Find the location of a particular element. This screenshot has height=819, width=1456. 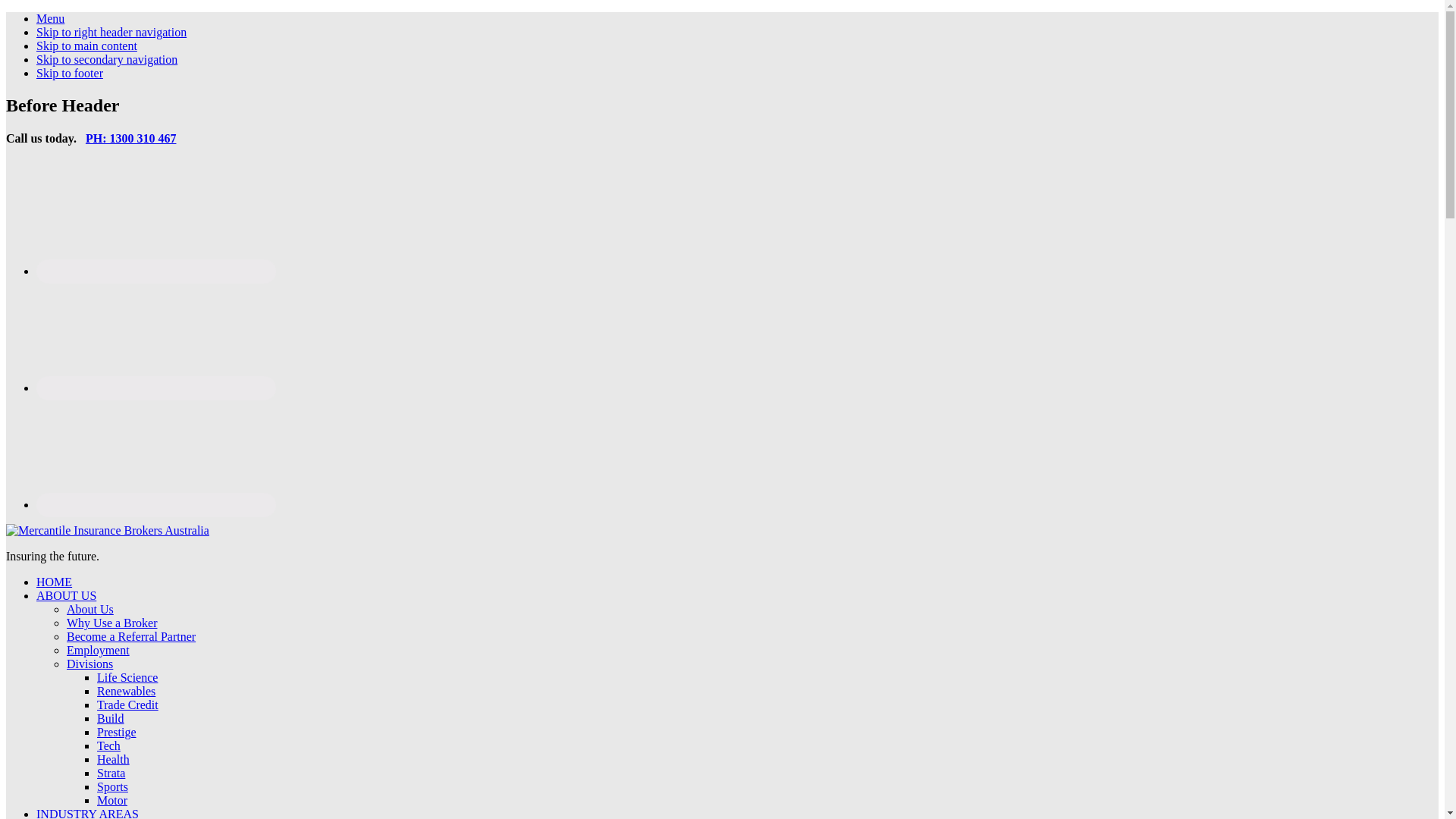

'Skip to main content' is located at coordinates (86, 45).